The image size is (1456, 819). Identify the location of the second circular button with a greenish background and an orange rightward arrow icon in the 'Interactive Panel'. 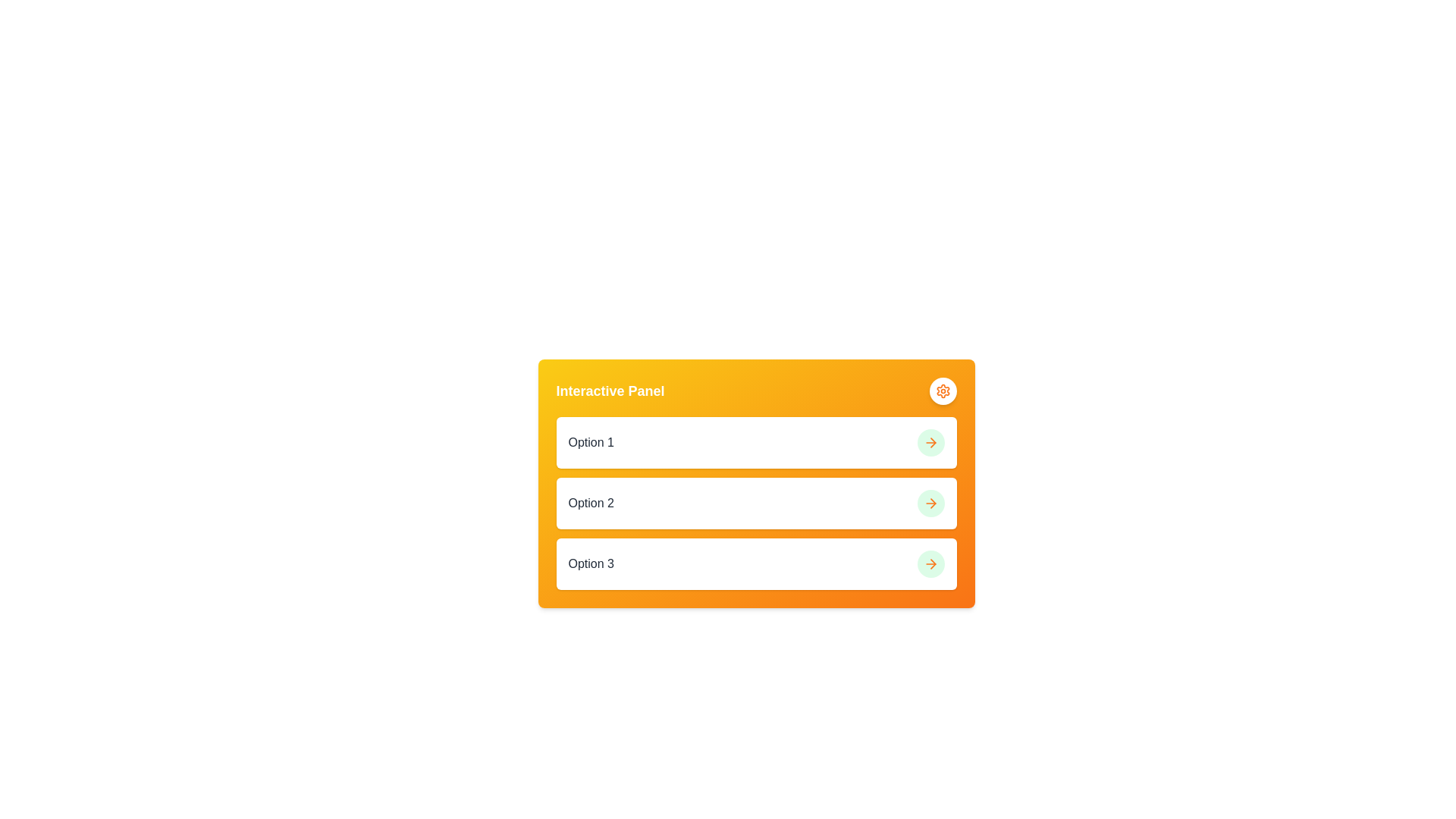
(930, 503).